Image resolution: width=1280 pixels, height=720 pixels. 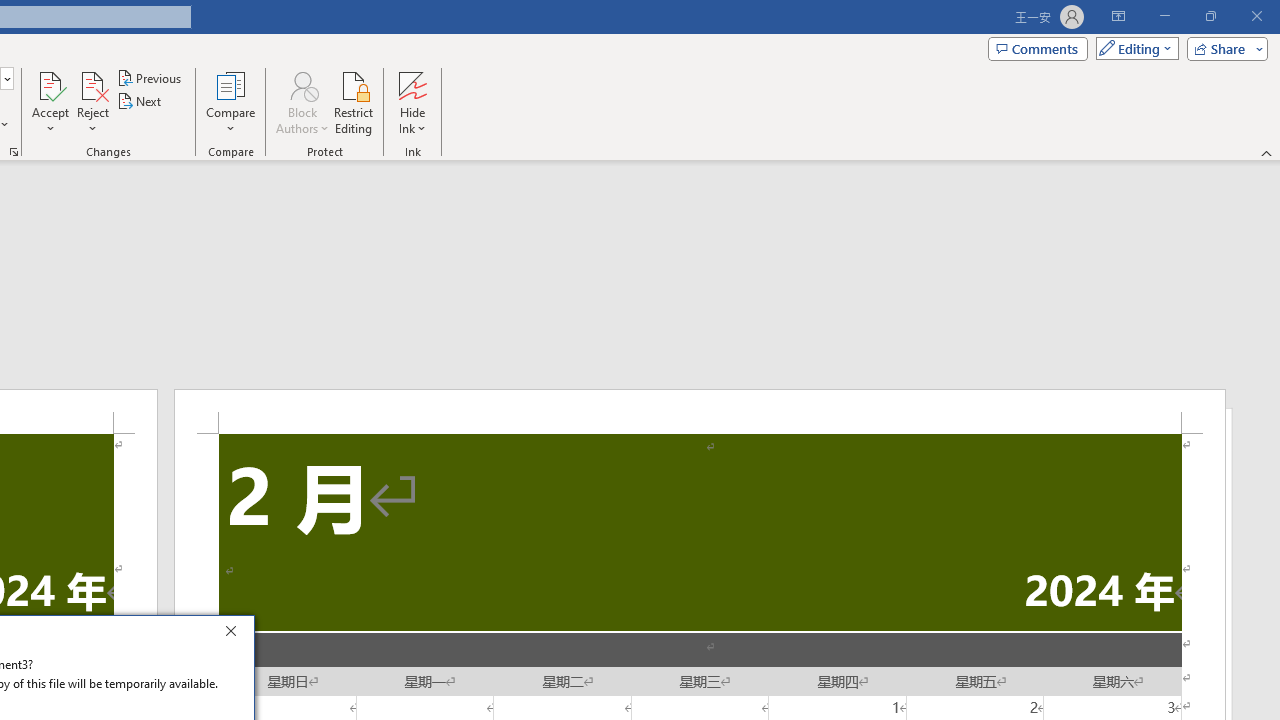 I want to click on 'Collapse the Ribbon', so click(x=1266, y=152).